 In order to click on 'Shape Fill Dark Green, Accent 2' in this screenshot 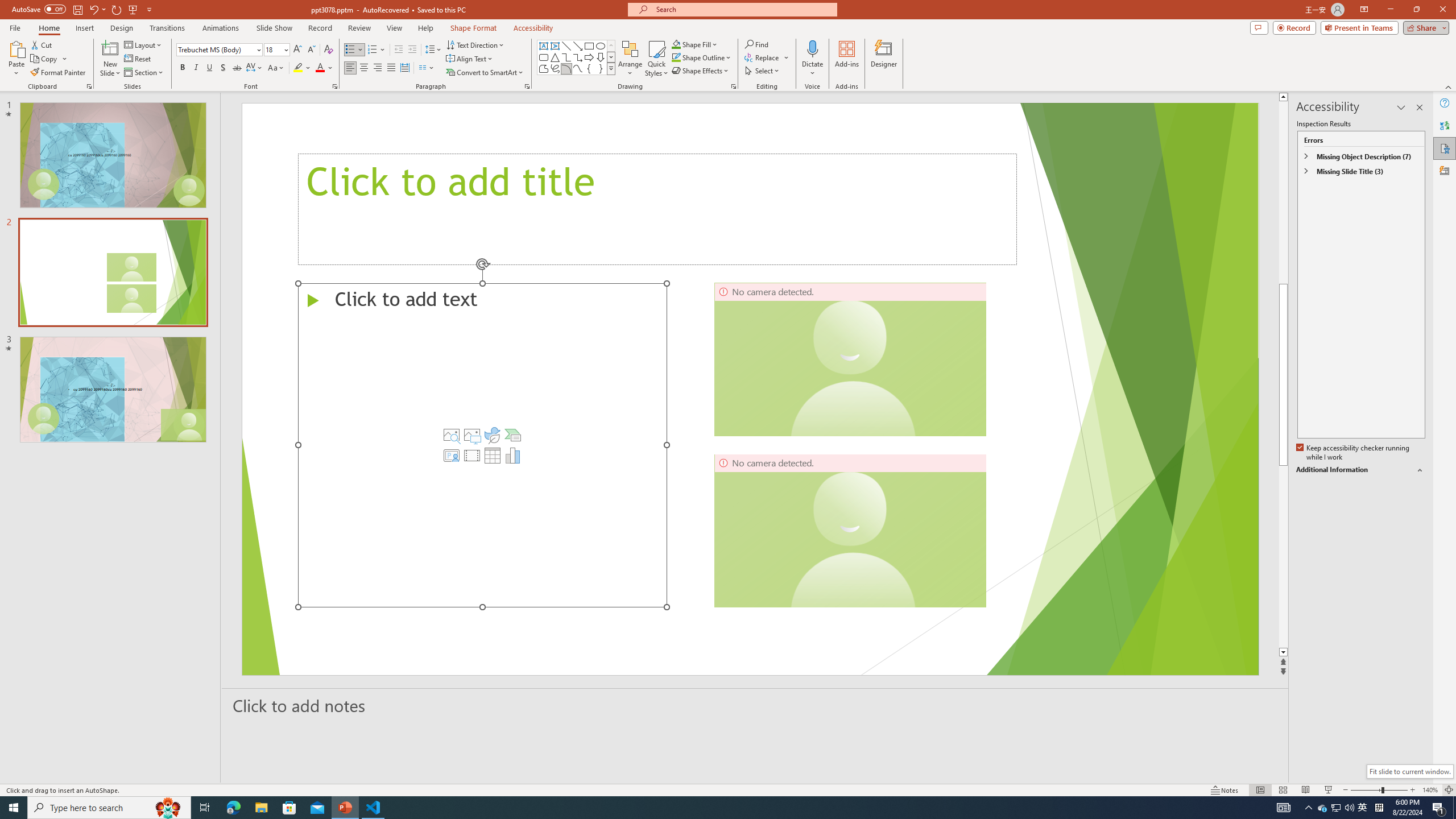, I will do `click(676, 44)`.